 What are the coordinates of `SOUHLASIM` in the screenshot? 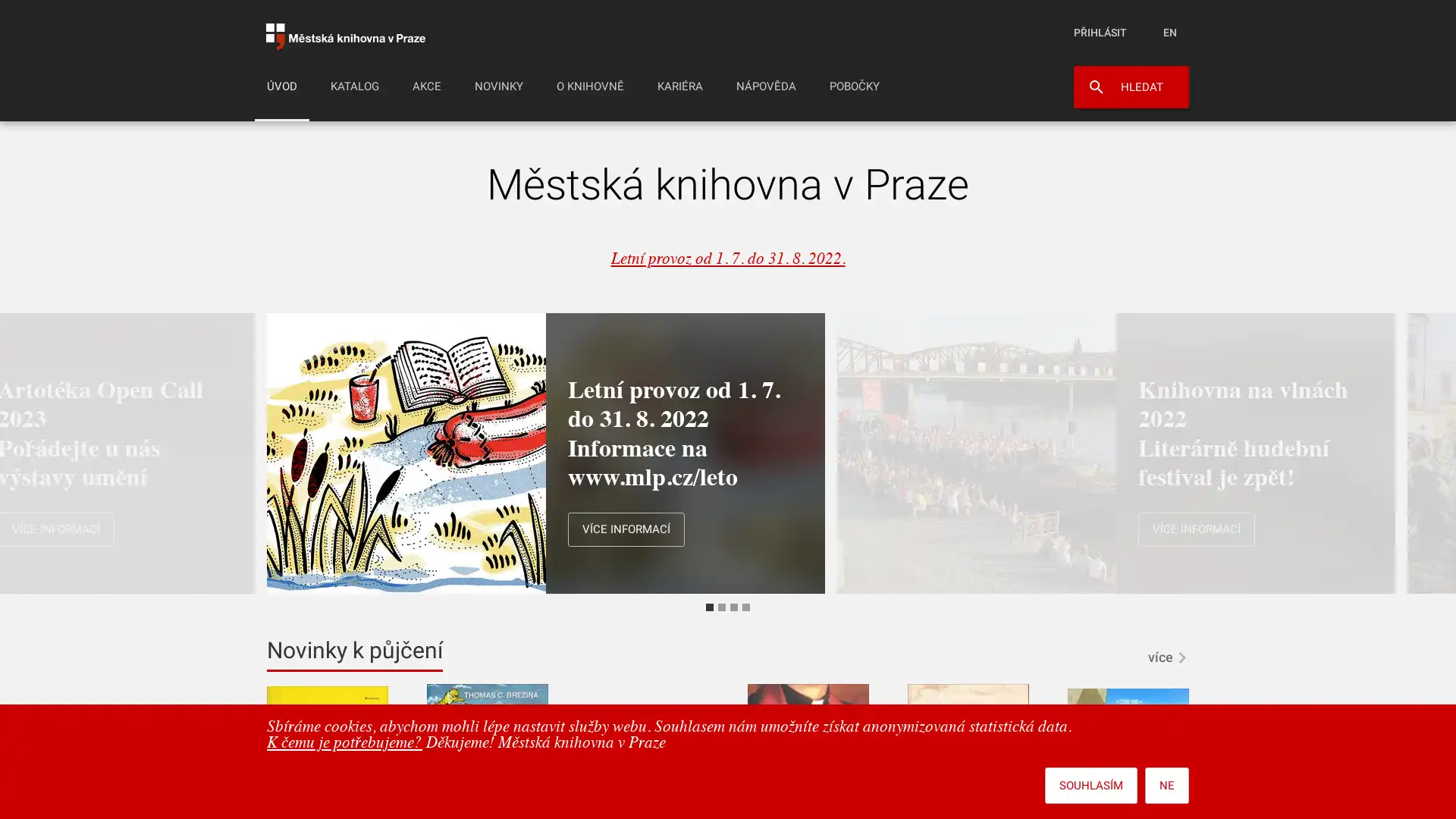 It's located at (1090, 785).